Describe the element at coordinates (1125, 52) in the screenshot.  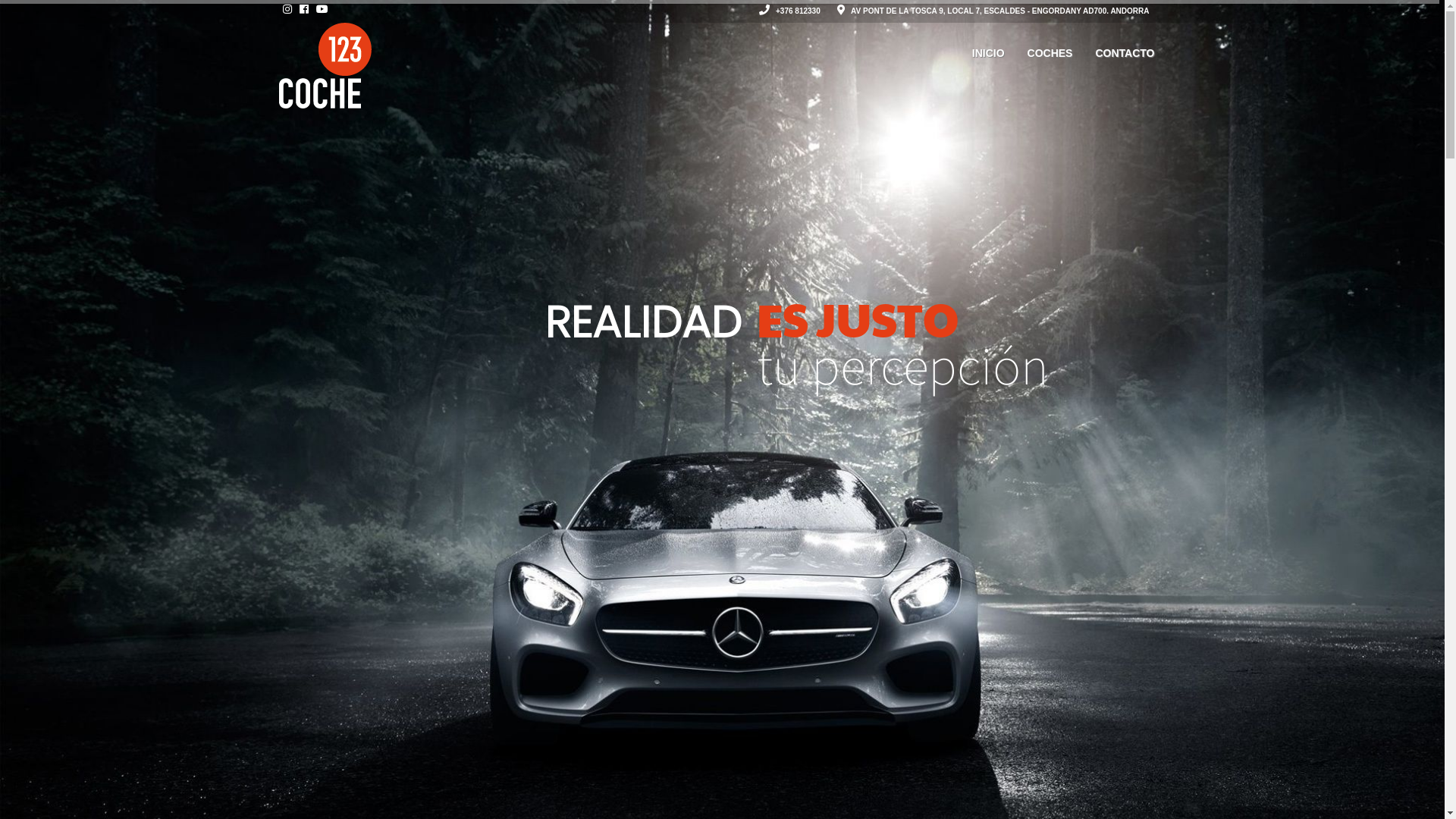
I see `'CONTACTO'` at that location.